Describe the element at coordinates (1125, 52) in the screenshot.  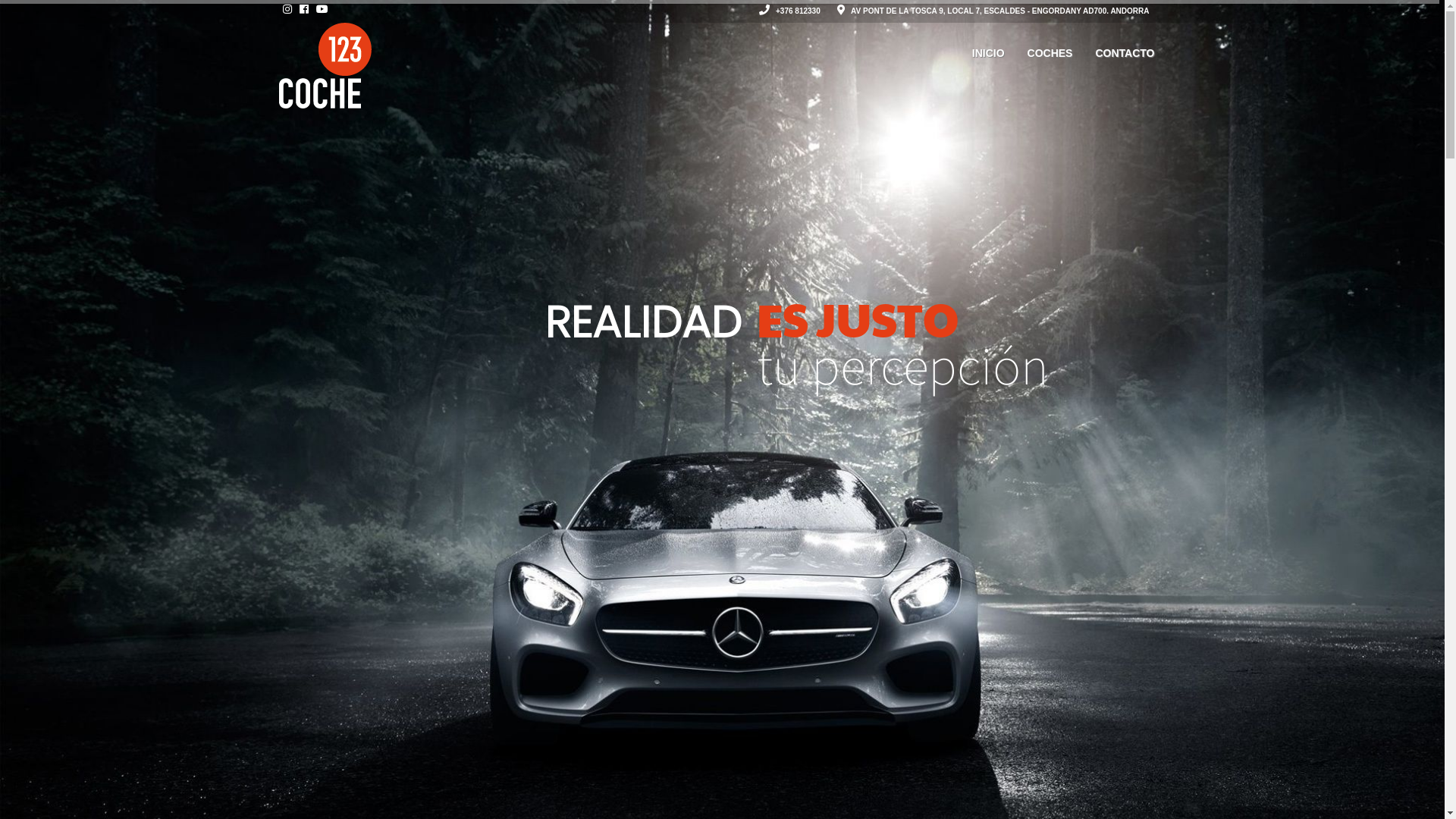
I see `'CONTACTO'` at that location.